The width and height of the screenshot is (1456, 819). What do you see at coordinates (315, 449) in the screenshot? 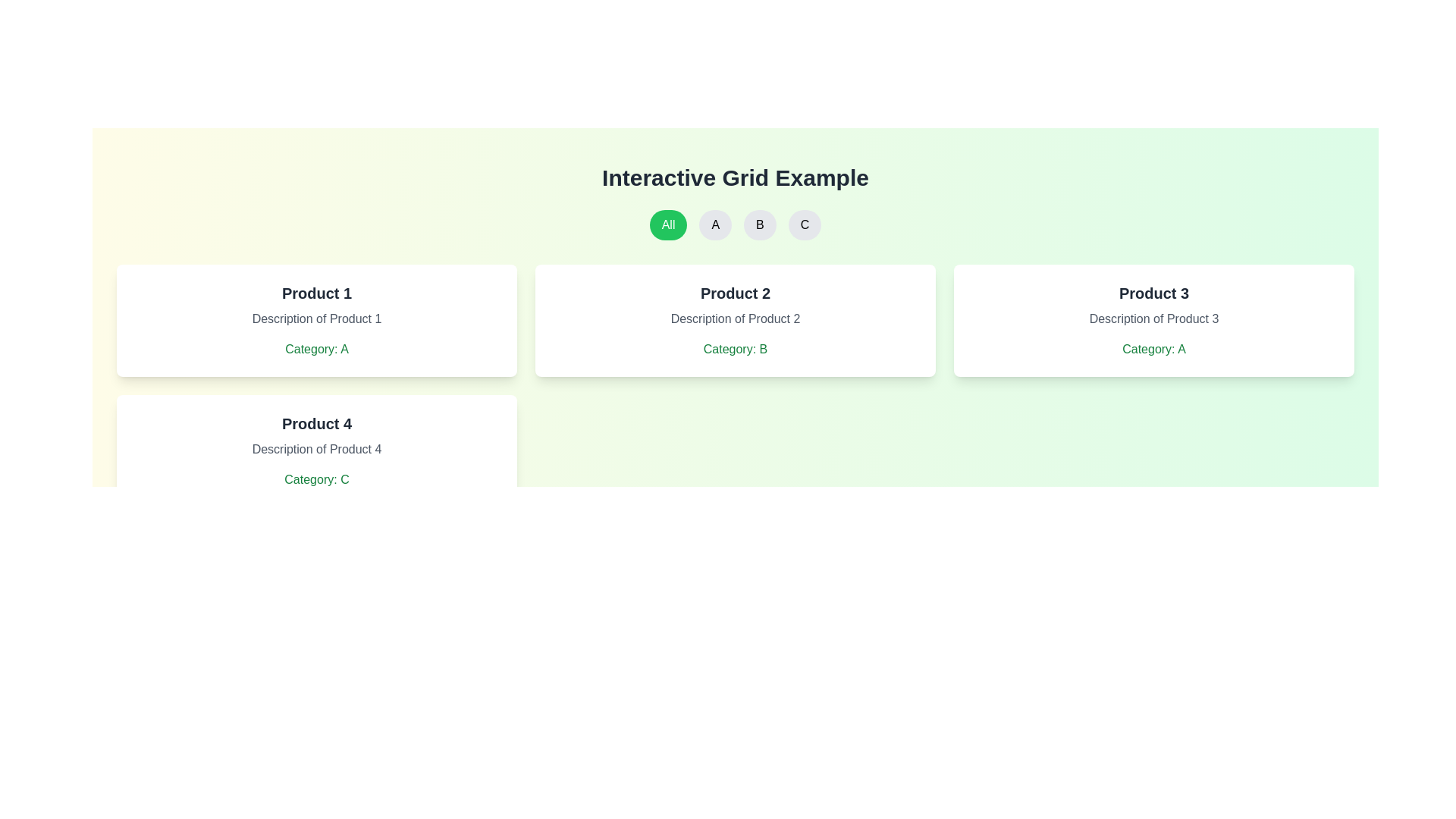
I see `the text label that says 'Description of Product 4', which is styled in a subdued gray color and located below the title 'Product 4'` at bounding box center [315, 449].